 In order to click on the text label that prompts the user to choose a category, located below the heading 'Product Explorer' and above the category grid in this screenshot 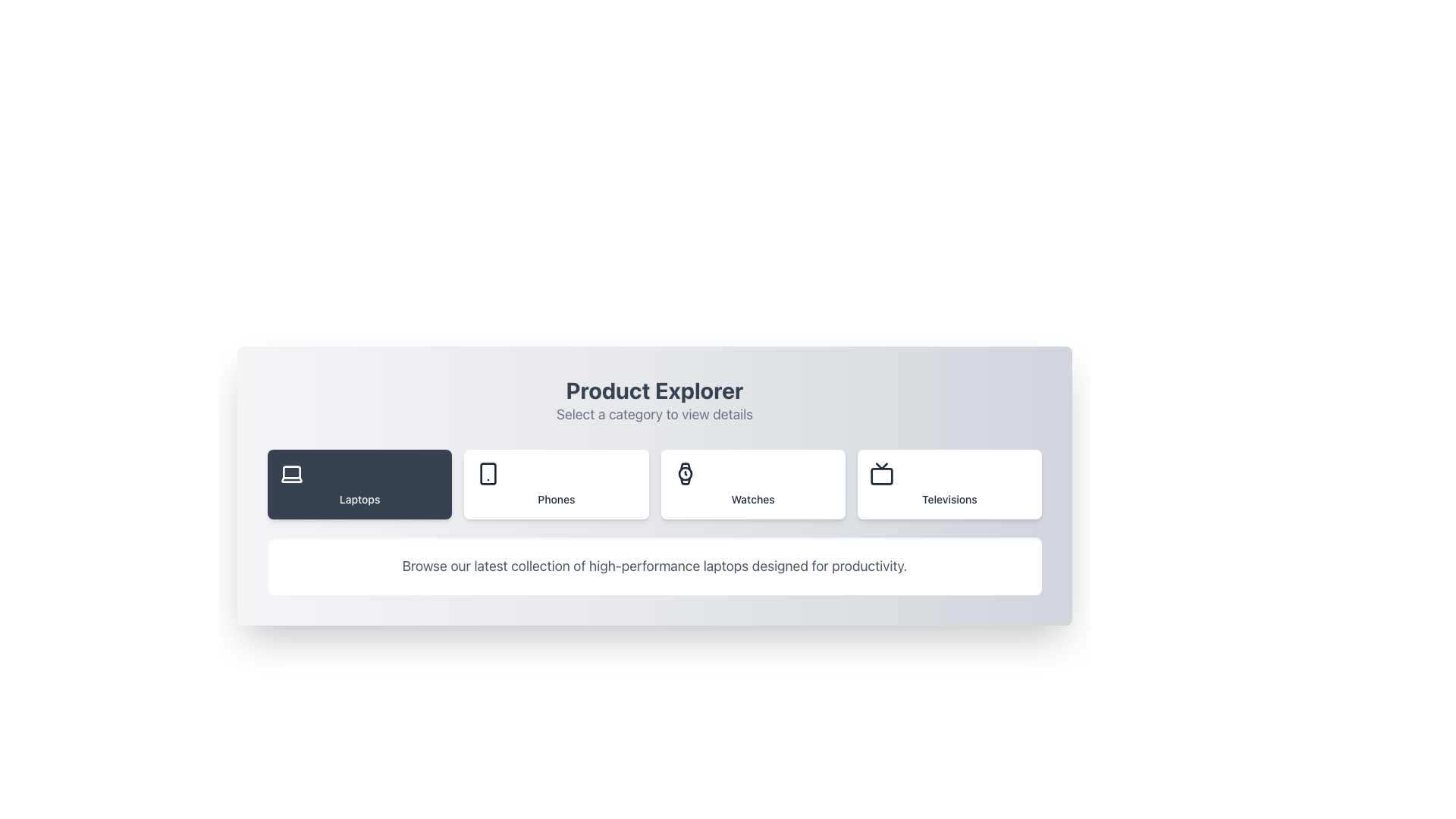, I will do `click(654, 415)`.